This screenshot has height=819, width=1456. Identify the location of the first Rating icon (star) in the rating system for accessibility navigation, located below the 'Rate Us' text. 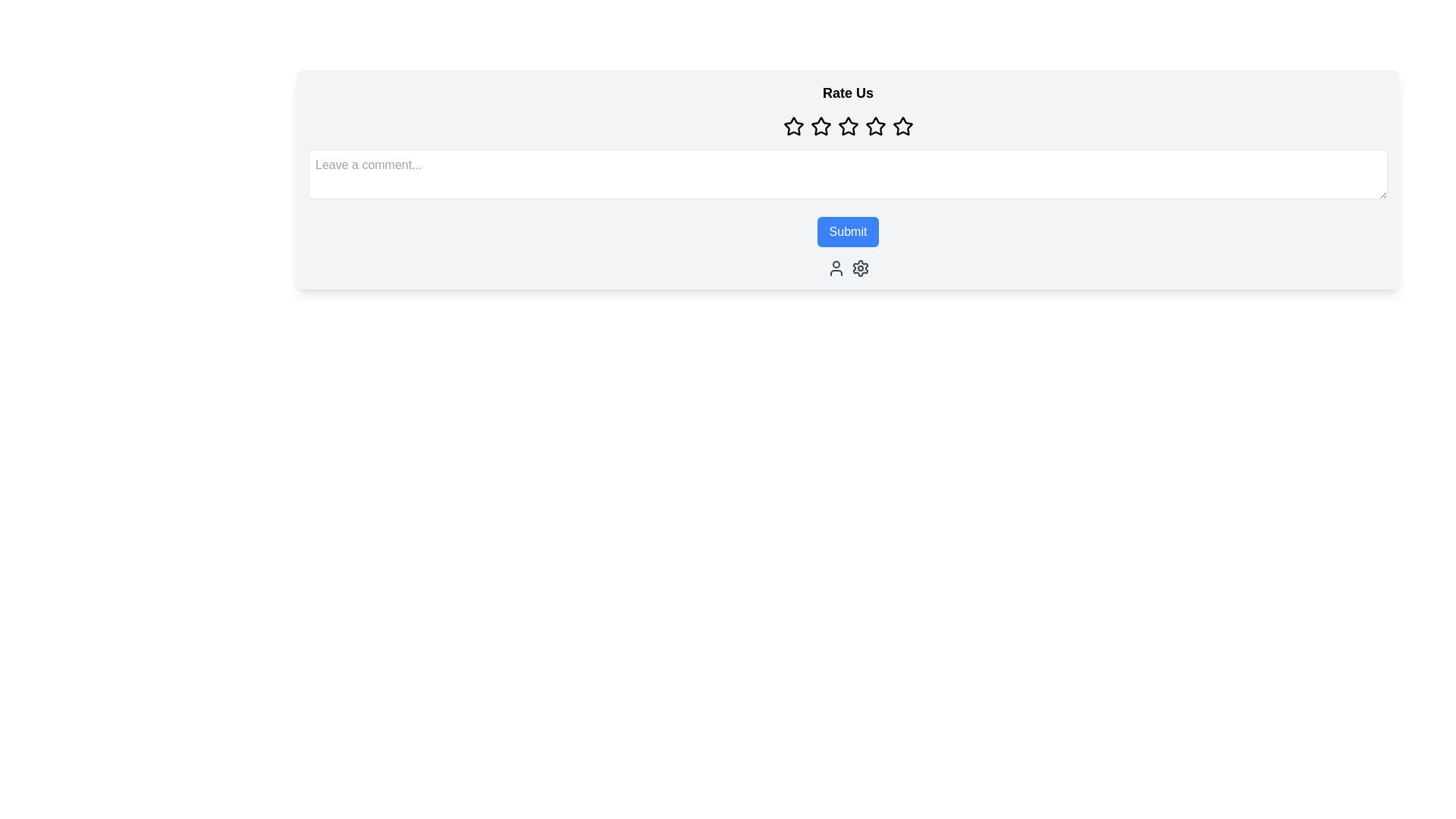
(792, 125).